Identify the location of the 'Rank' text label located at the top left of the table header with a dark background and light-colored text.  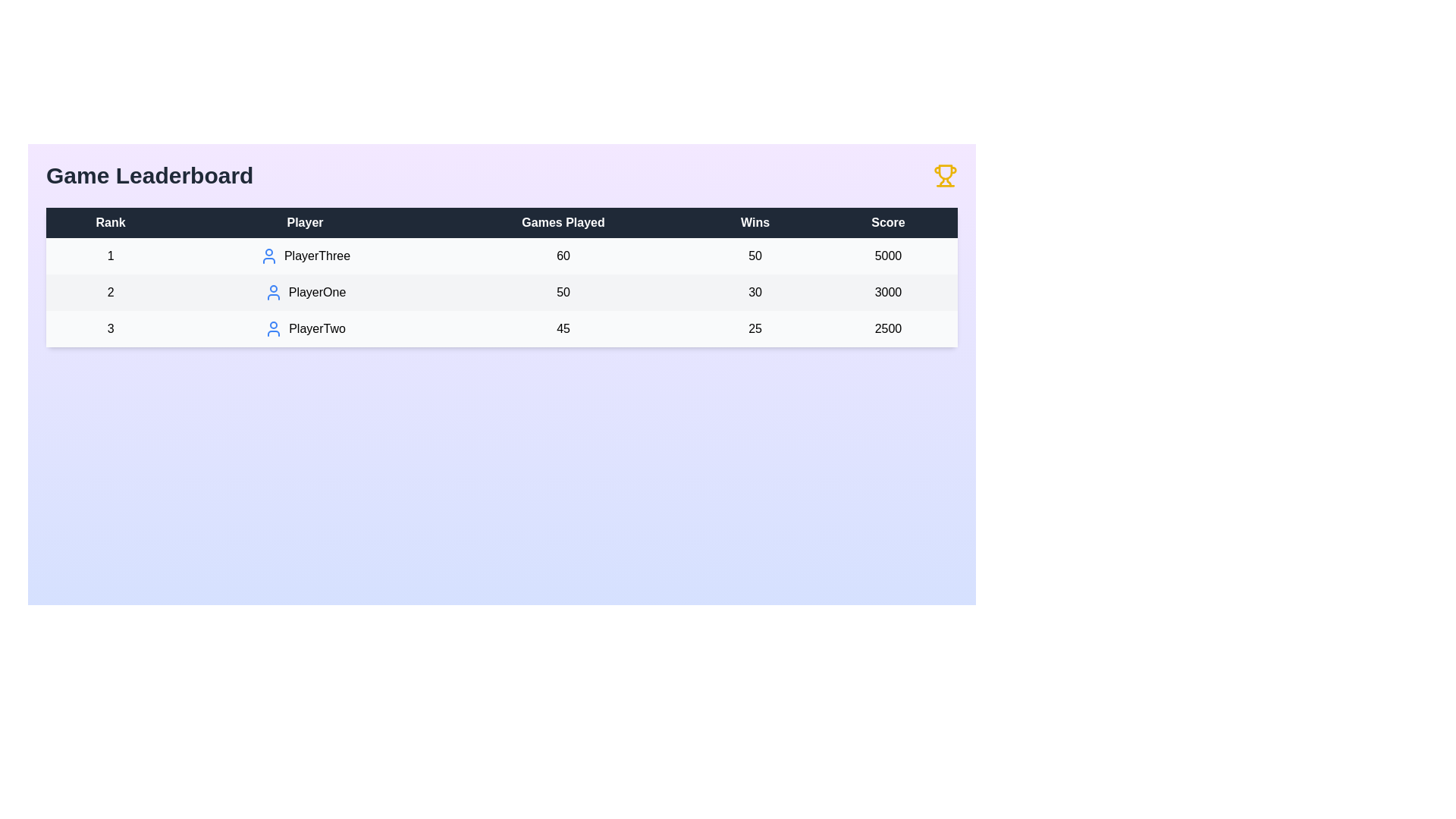
(110, 222).